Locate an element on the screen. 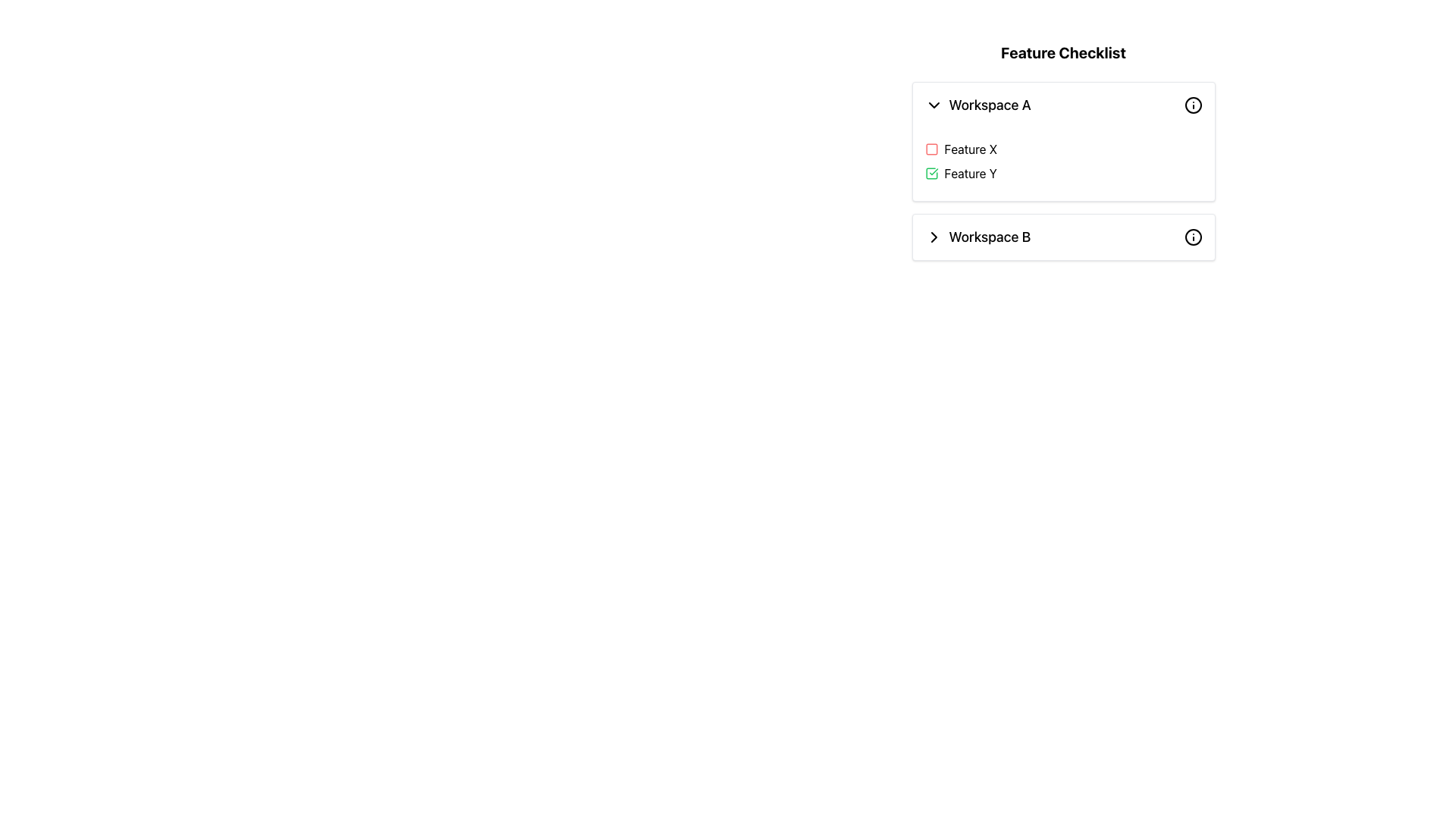  the list item labeled 'Workspace B' is located at coordinates (1062, 237).